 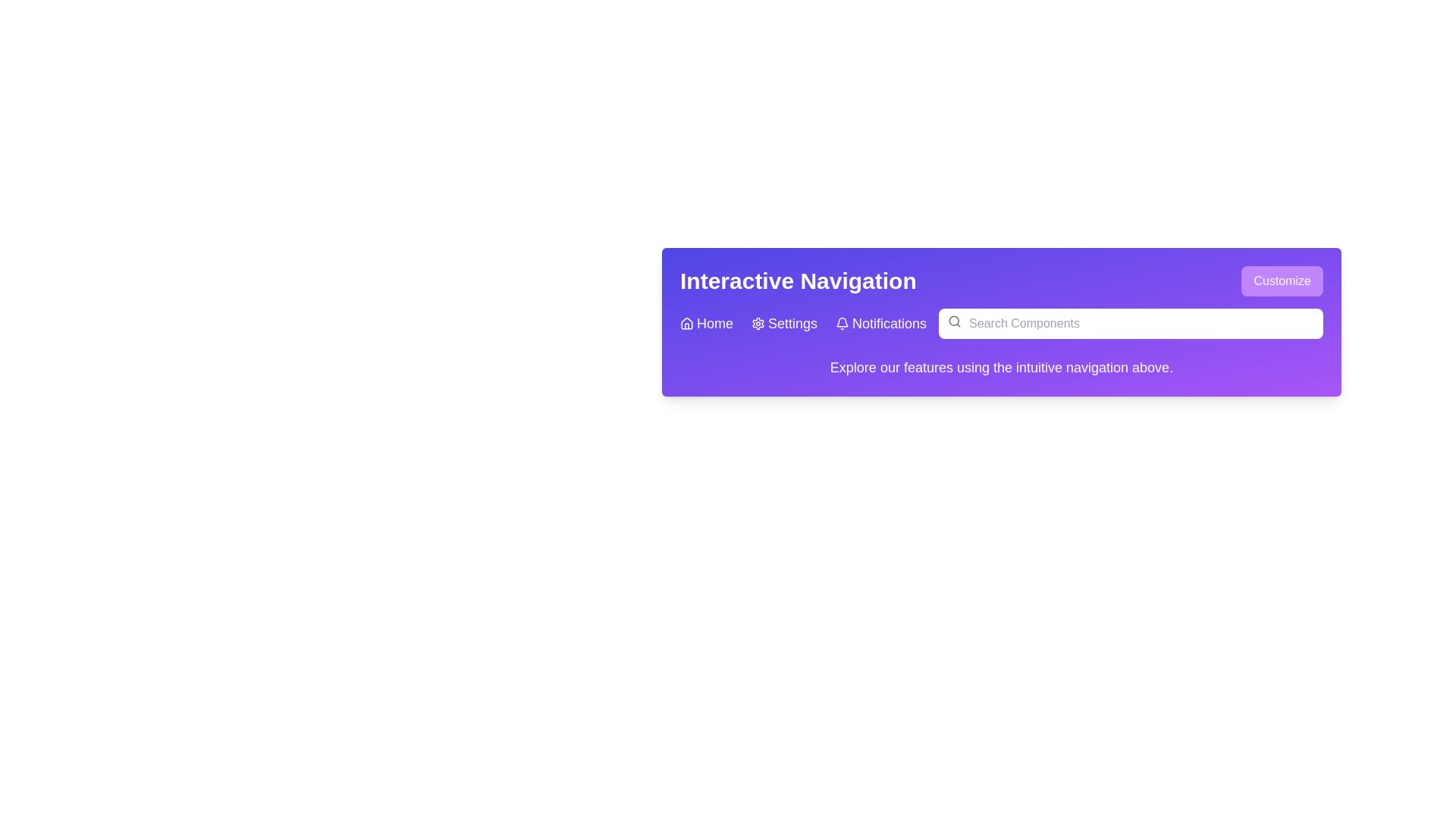 What do you see at coordinates (705, 323) in the screenshot?
I see `the 'Home' navigation link, which is the first item in the horizontal group of links in the navigation bar` at bounding box center [705, 323].